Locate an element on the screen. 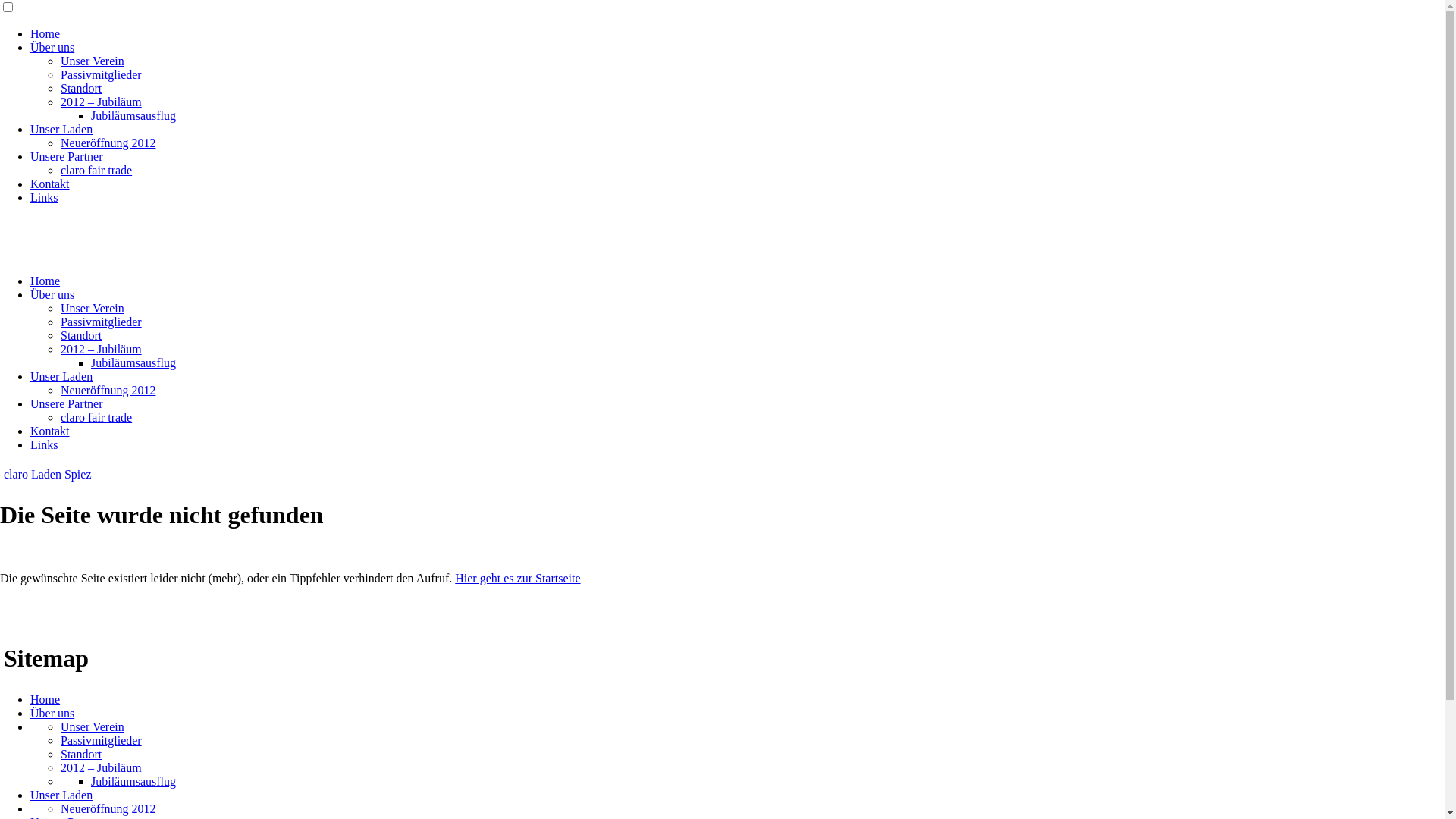 The width and height of the screenshot is (1456, 819). 'Unser Laden' is located at coordinates (61, 375).